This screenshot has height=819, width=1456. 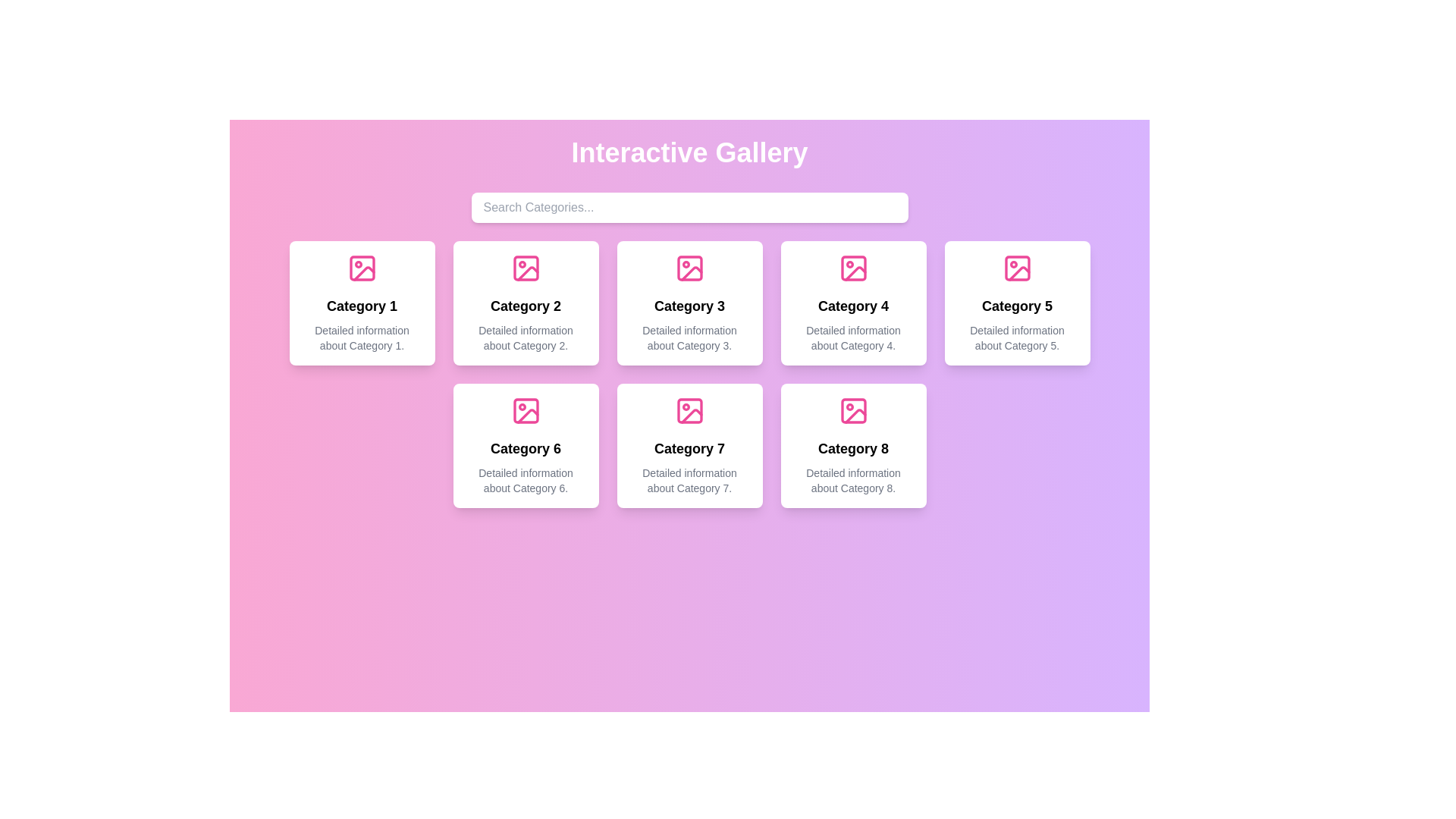 I want to click on the decorative graphical rectangle located centrally within the image icon of 'Category 8', so click(x=853, y=411).